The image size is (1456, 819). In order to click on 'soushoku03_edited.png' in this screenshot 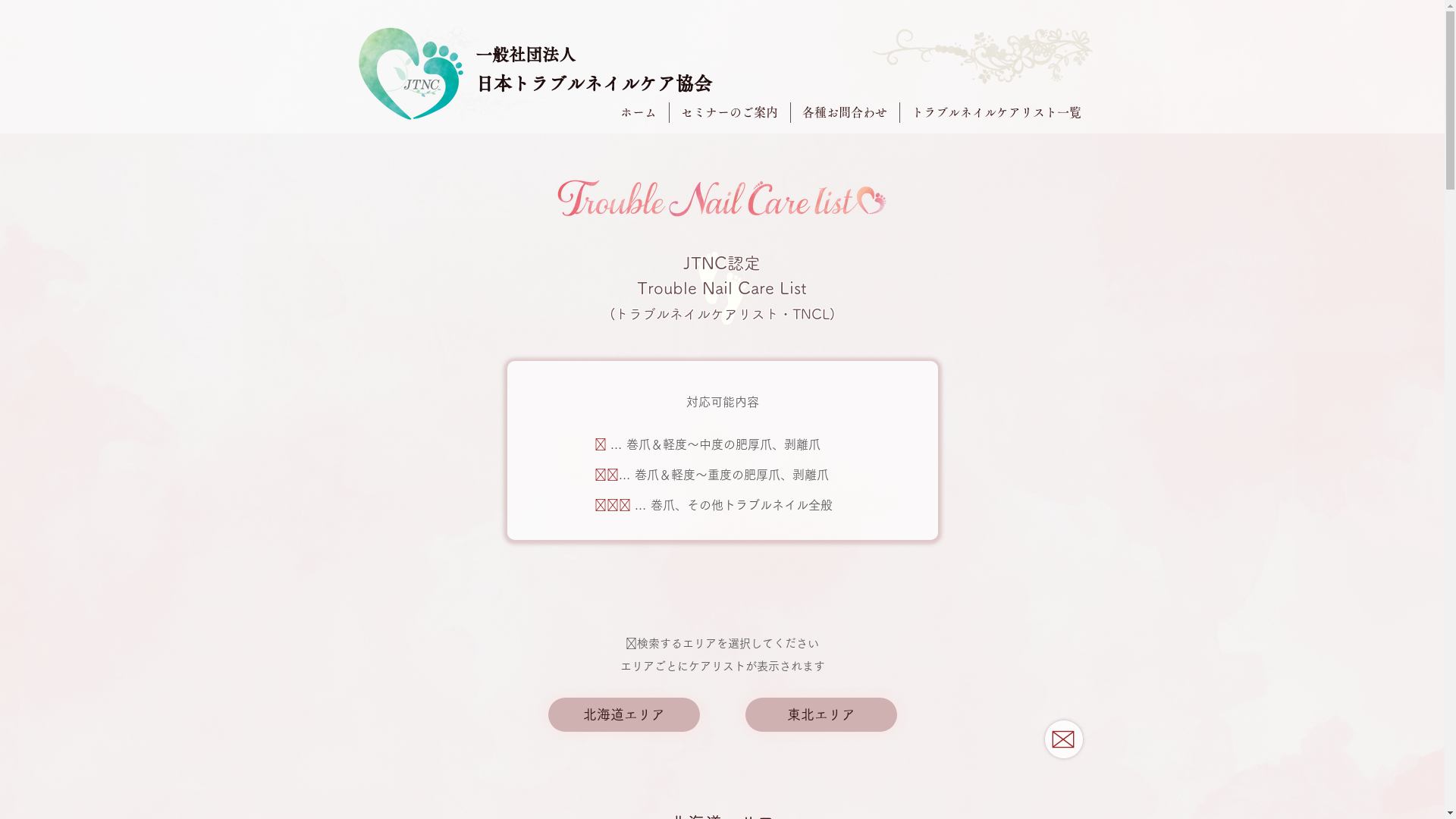, I will do `click(982, 55)`.